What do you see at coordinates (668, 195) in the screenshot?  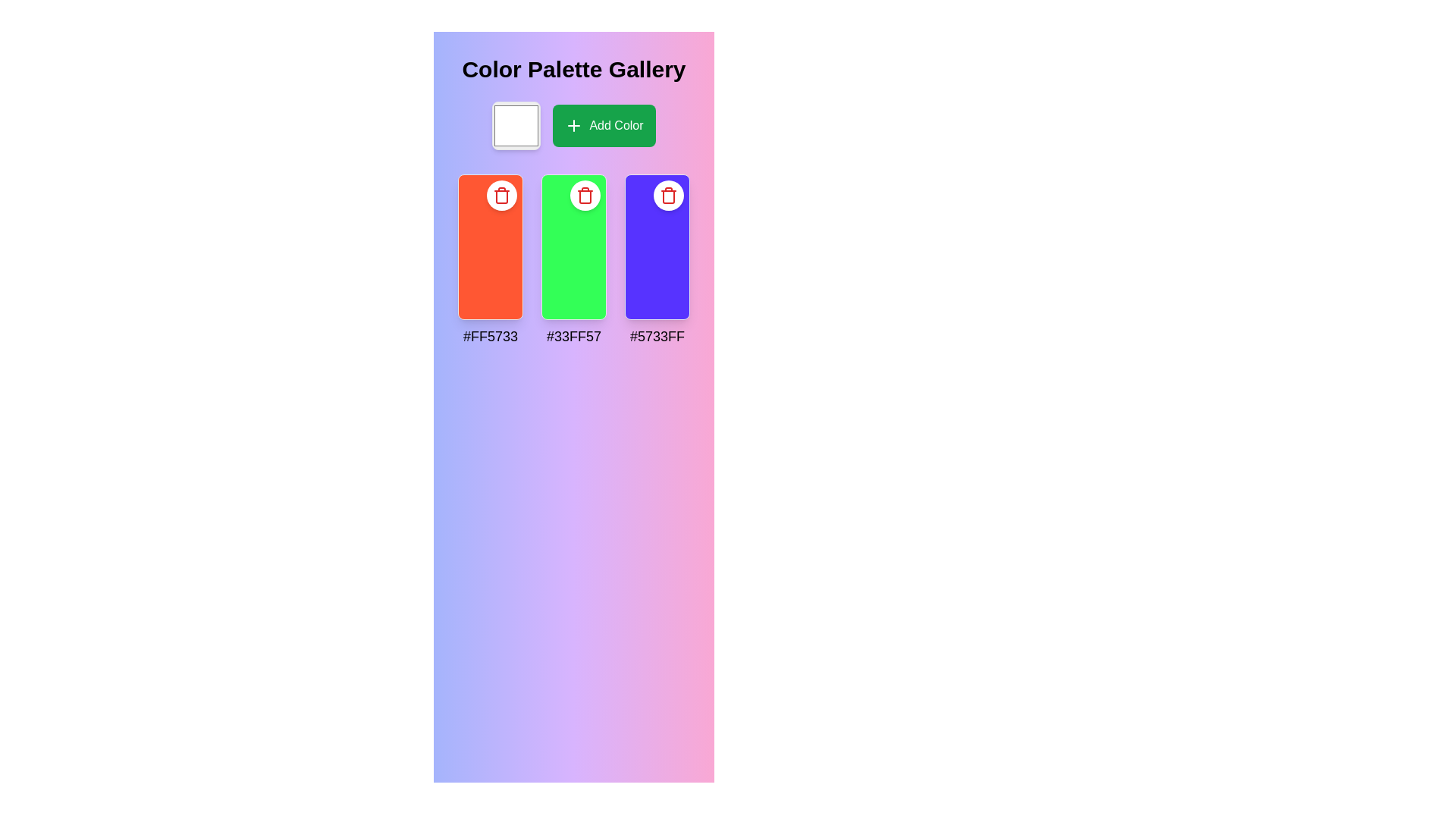 I see `the circular delete button with a red trash bin icon located at the top-right corner of the color card labeled '#5733FF'` at bounding box center [668, 195].